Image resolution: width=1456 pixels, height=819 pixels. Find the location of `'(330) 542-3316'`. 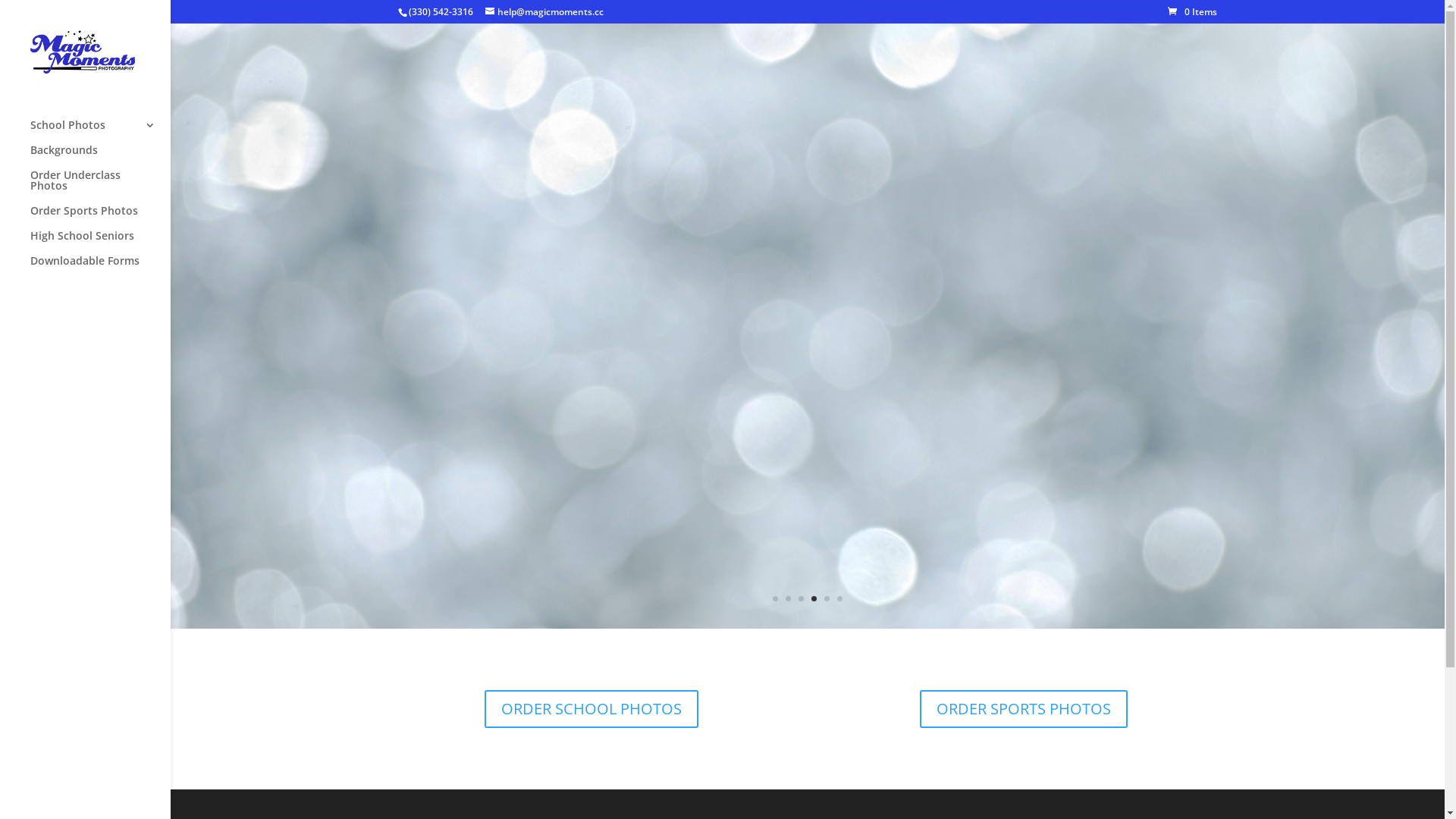

'(330) 542-3316' is located at coordinates (440, 11).